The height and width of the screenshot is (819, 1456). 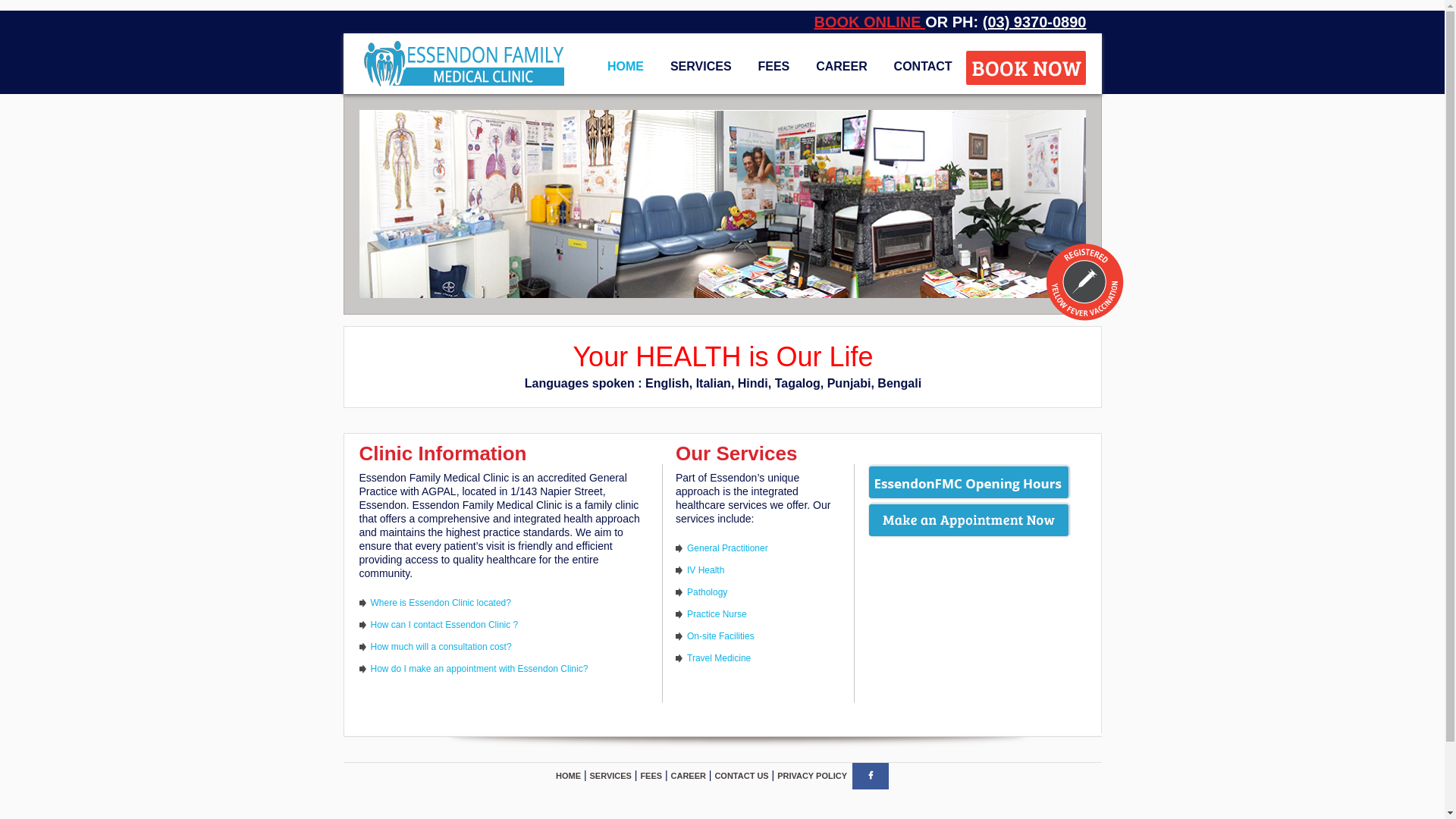 I want to click on 'CONTACT US', so click(x=741, y=775).